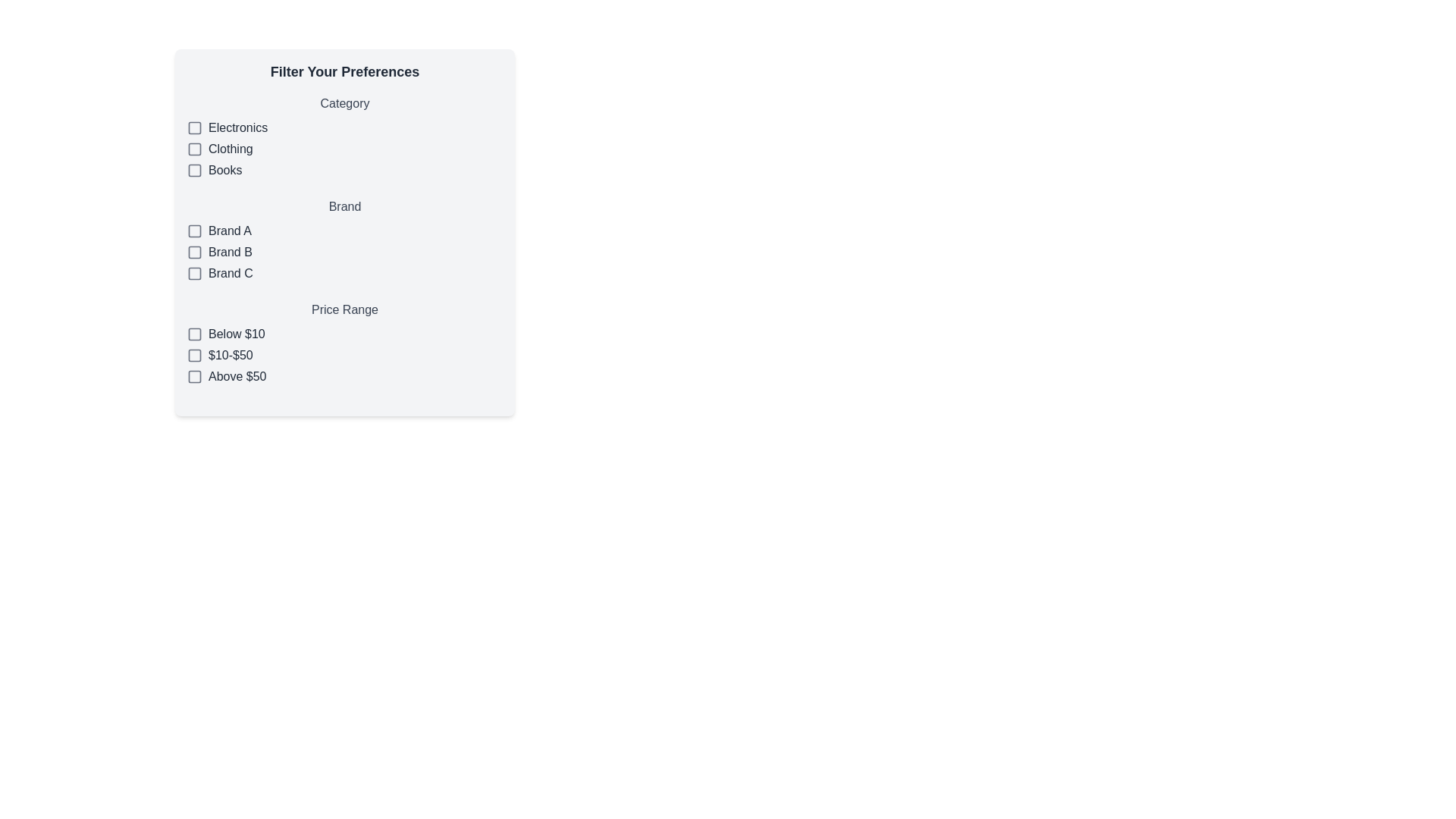 This screenshot has height=819, width=1456. What do you see at coordinates (194, 251) in the screenshot?
I see `the checkbox for 'Brand B' located next to its label in the 'Filter Your Preferences' section` at bounding box center [194, 251].